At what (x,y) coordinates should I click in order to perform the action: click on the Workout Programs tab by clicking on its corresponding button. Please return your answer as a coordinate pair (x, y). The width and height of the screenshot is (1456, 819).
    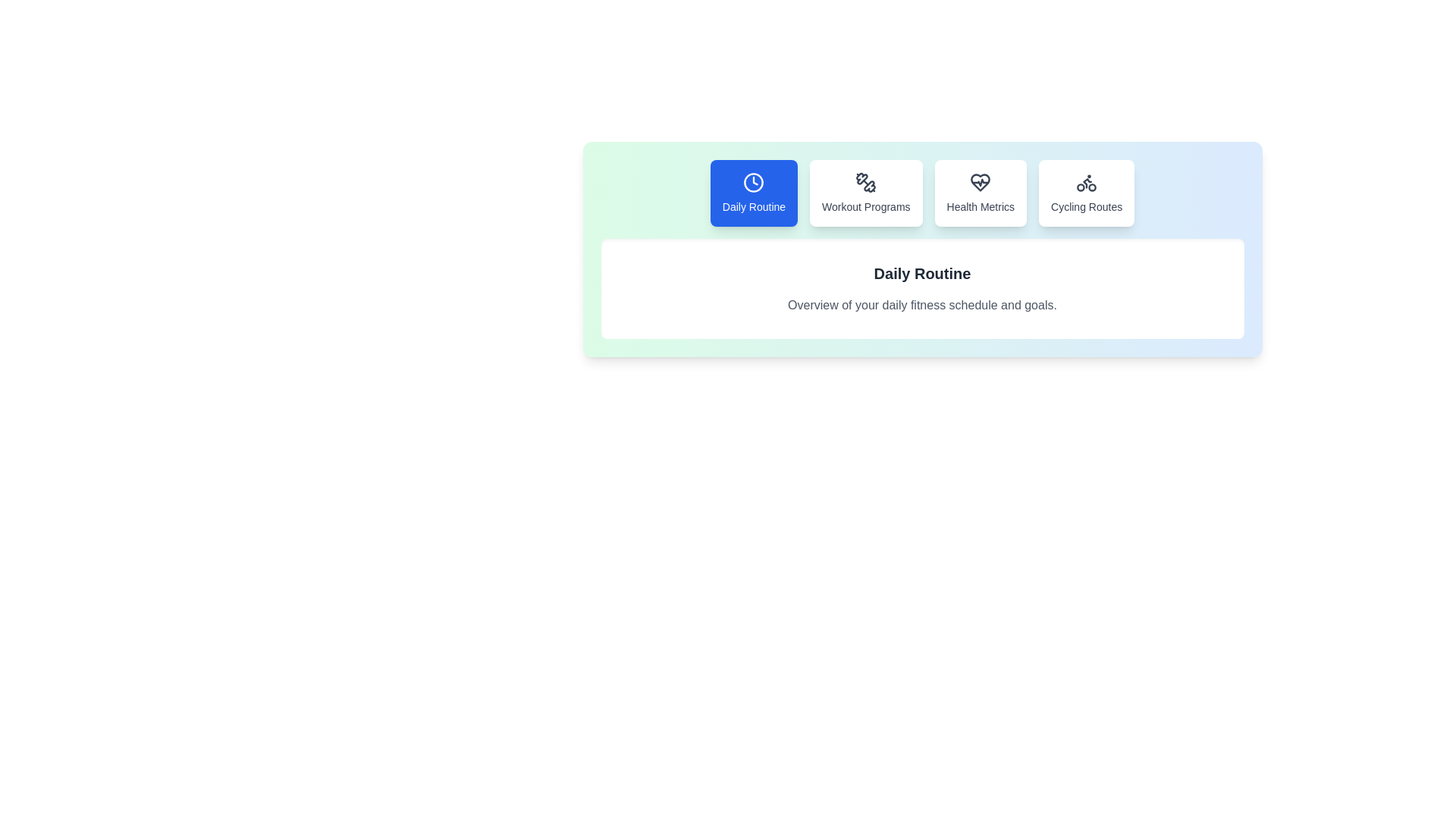
    Looking at the image, I should click on (866, 192).